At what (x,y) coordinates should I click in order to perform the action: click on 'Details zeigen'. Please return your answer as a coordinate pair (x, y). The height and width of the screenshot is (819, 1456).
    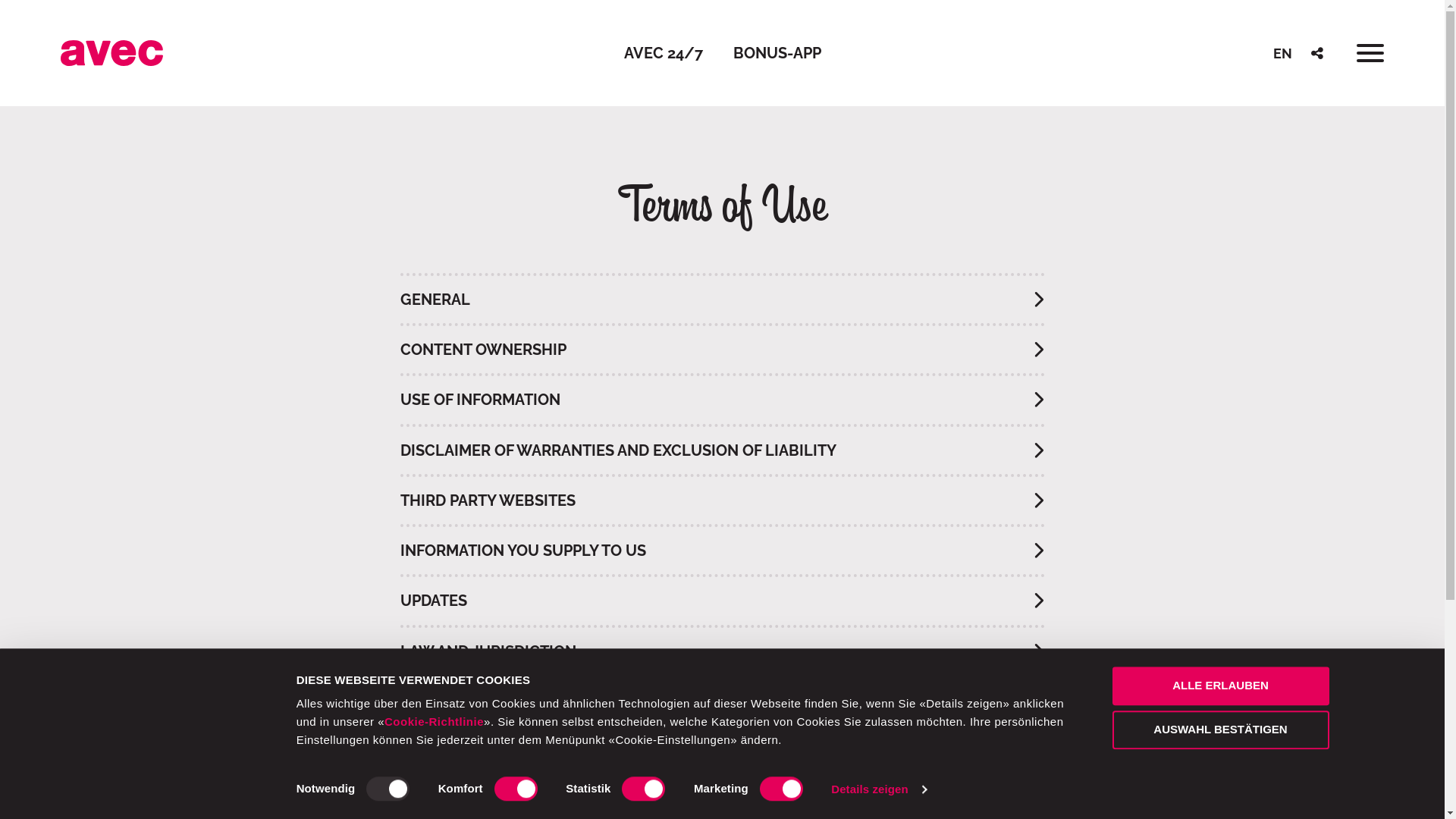
    Looking at the image, I should click on (878, 789).